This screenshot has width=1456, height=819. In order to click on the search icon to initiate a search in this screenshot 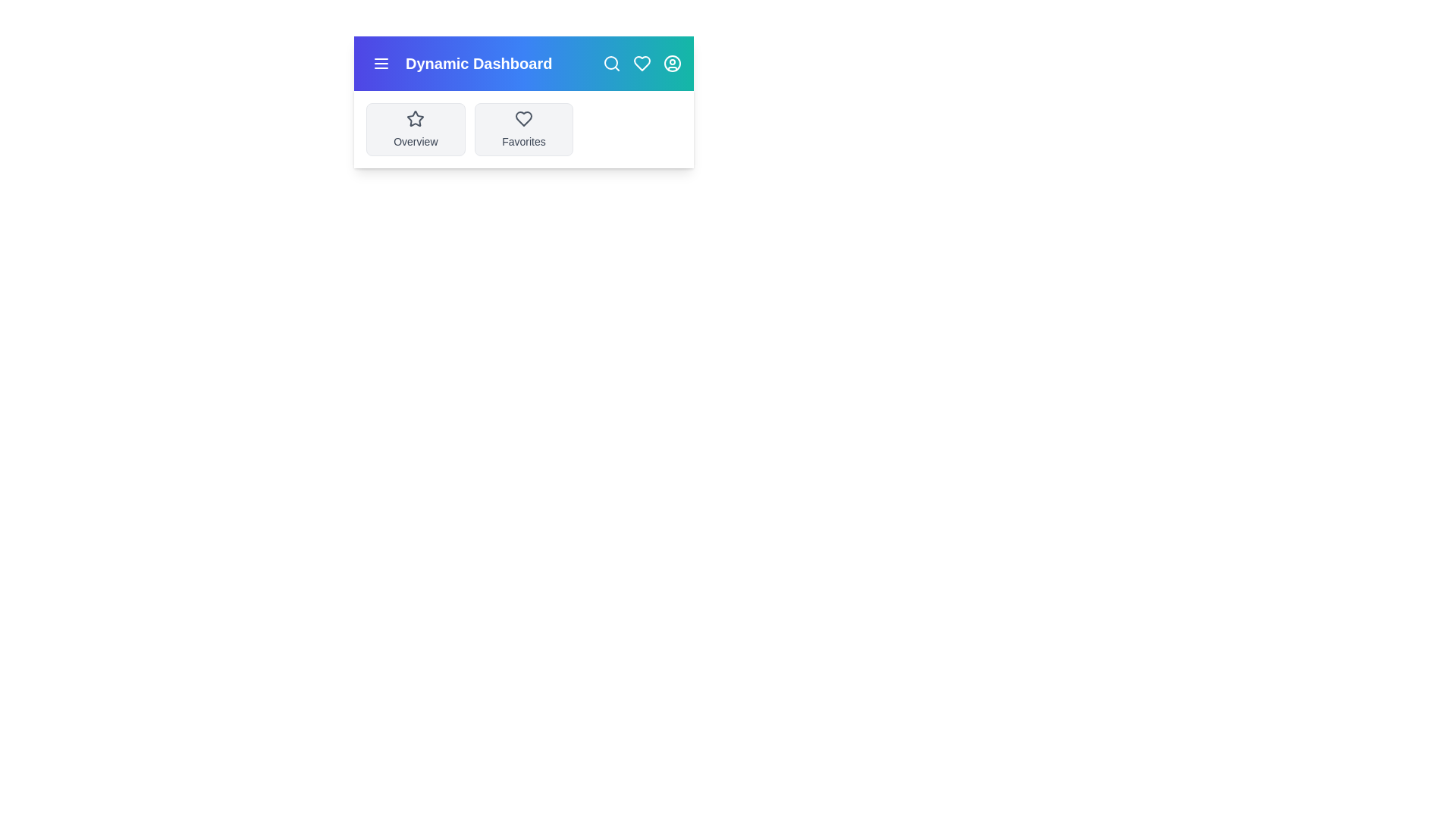, I will do `click(611, 63)`.